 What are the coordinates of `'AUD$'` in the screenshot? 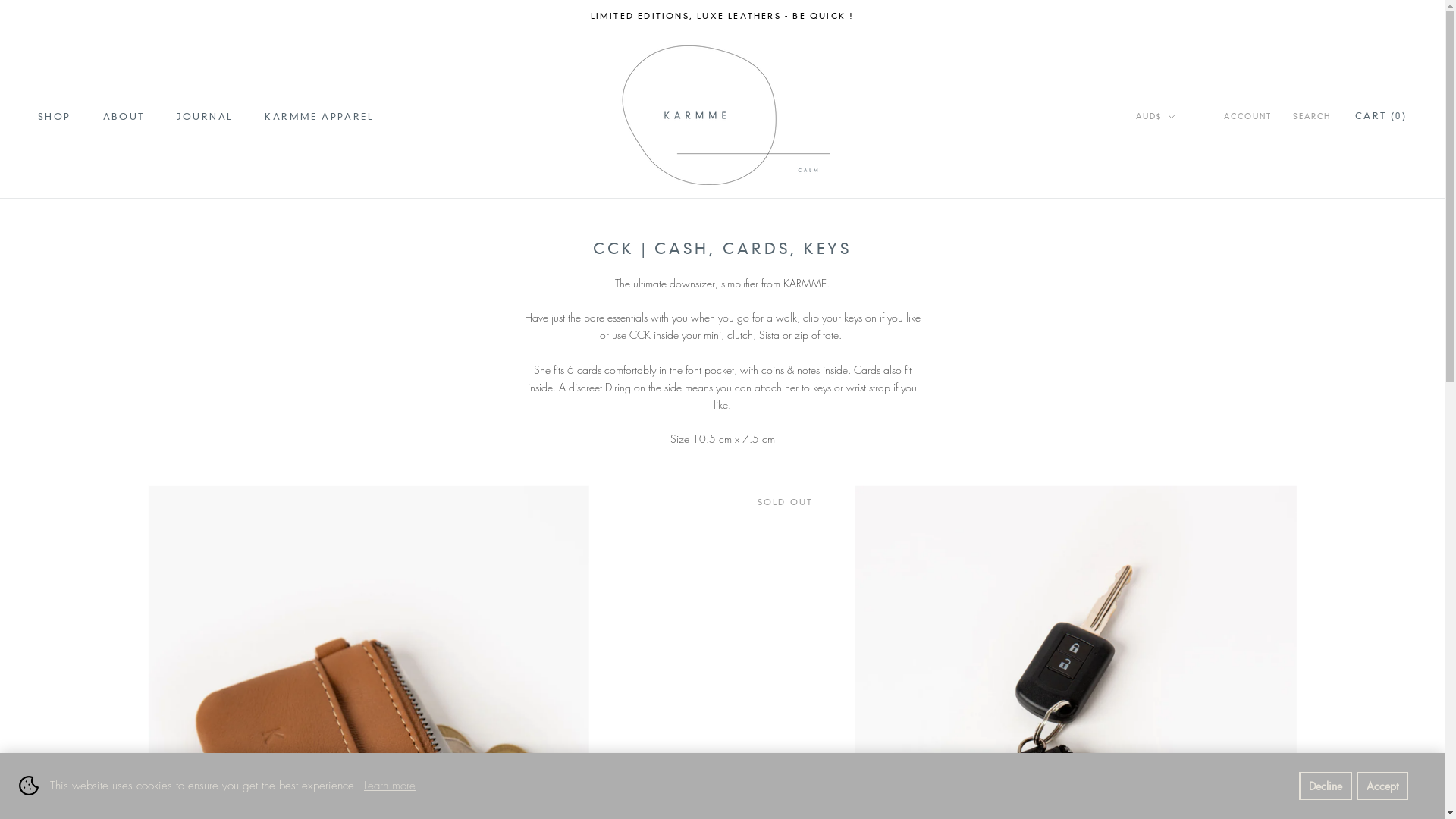 It's located at (1154, 116).